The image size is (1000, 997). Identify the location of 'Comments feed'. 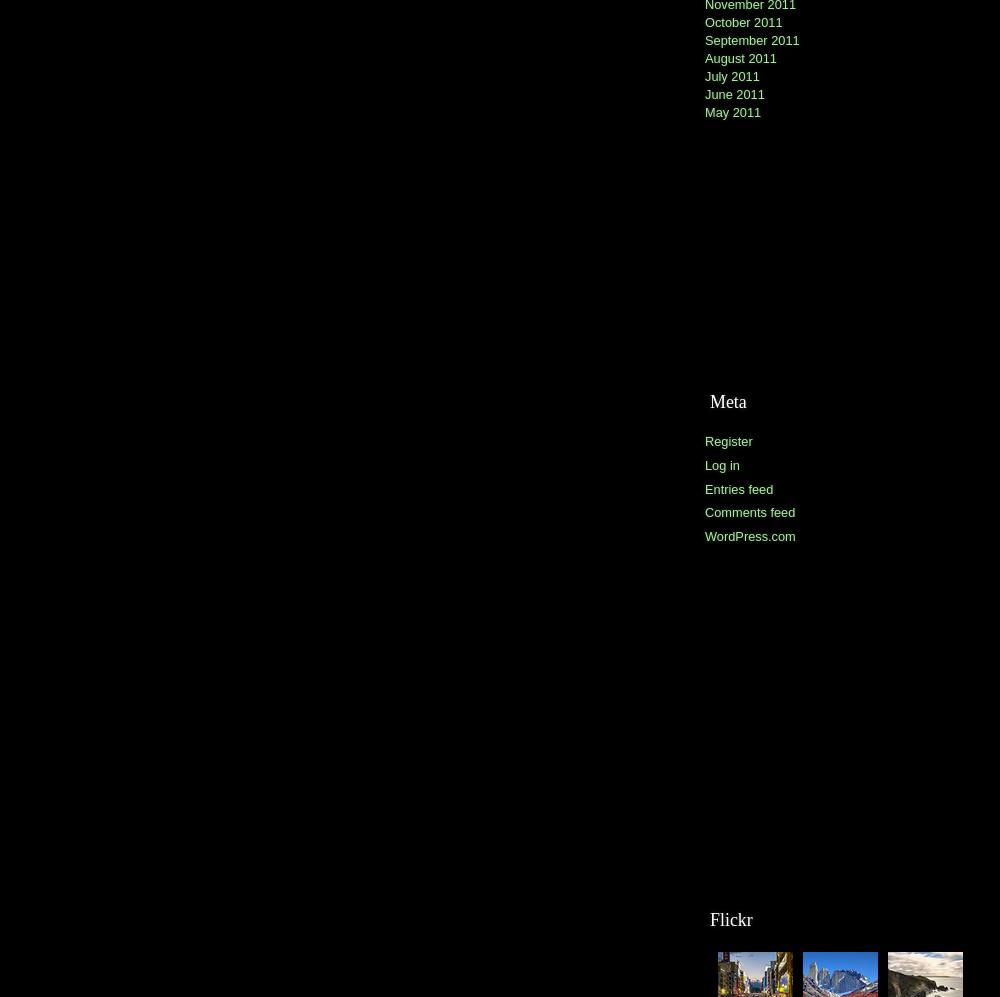
(750, 511).